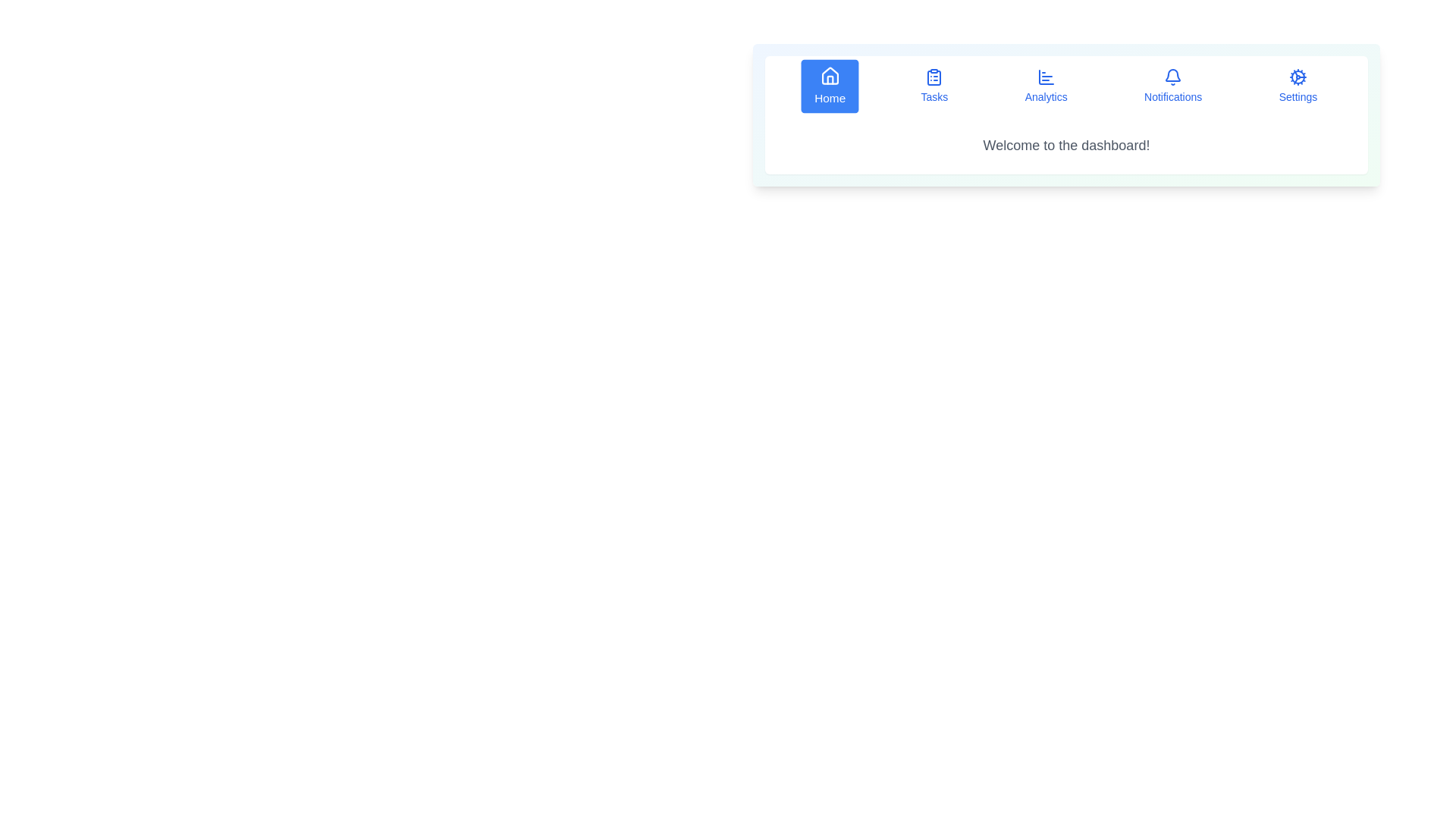 The height and width of the screenshot is (819, 1456). I want to click on the Settings button, so click(1298, 86).